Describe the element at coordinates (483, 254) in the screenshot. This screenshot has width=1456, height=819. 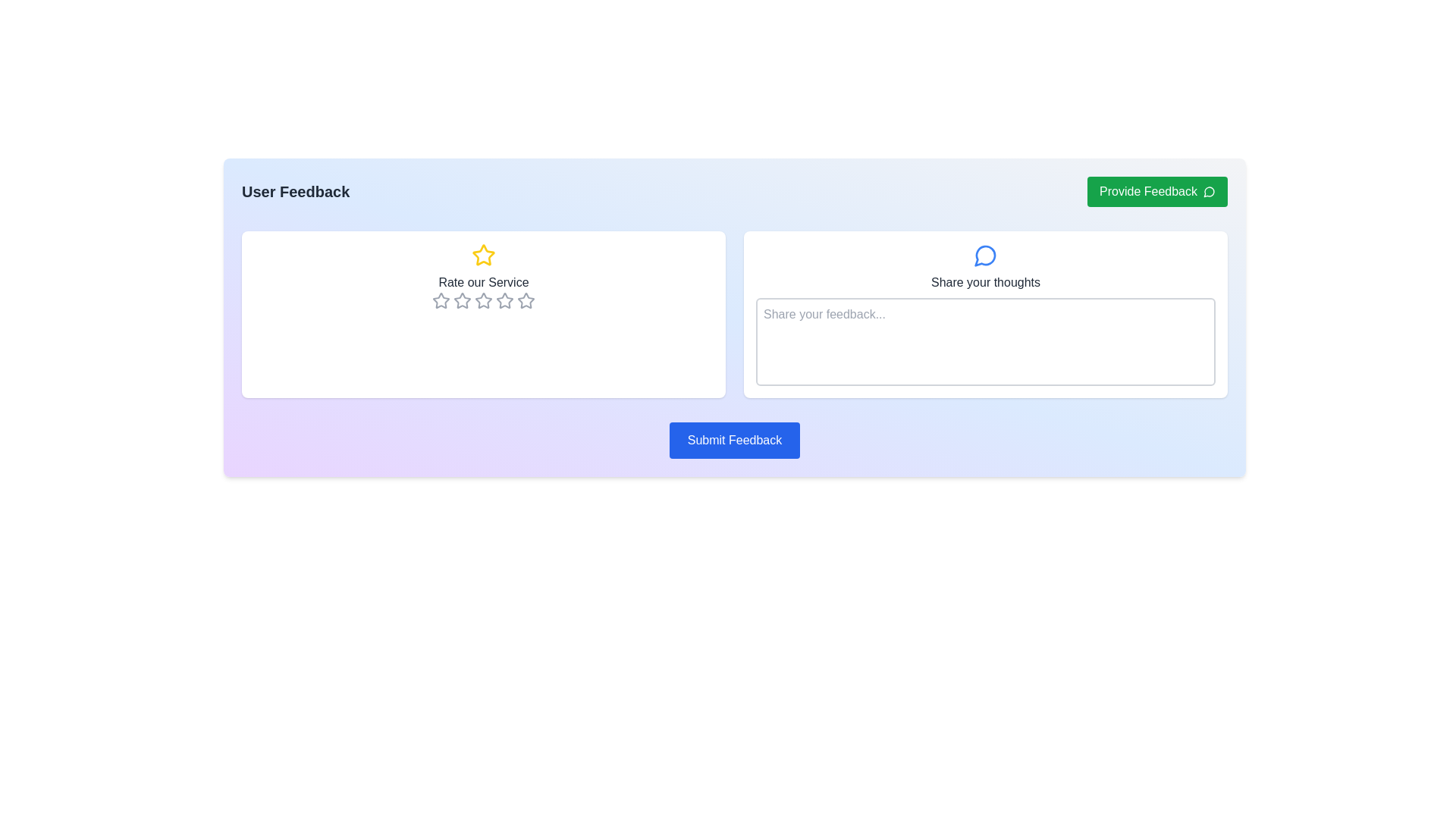
I see `the star-shaped icon with a yellow fill and a white center located near the top-middle of the 'Rate our Service' section, above the row of interactive rating stars` at that location.